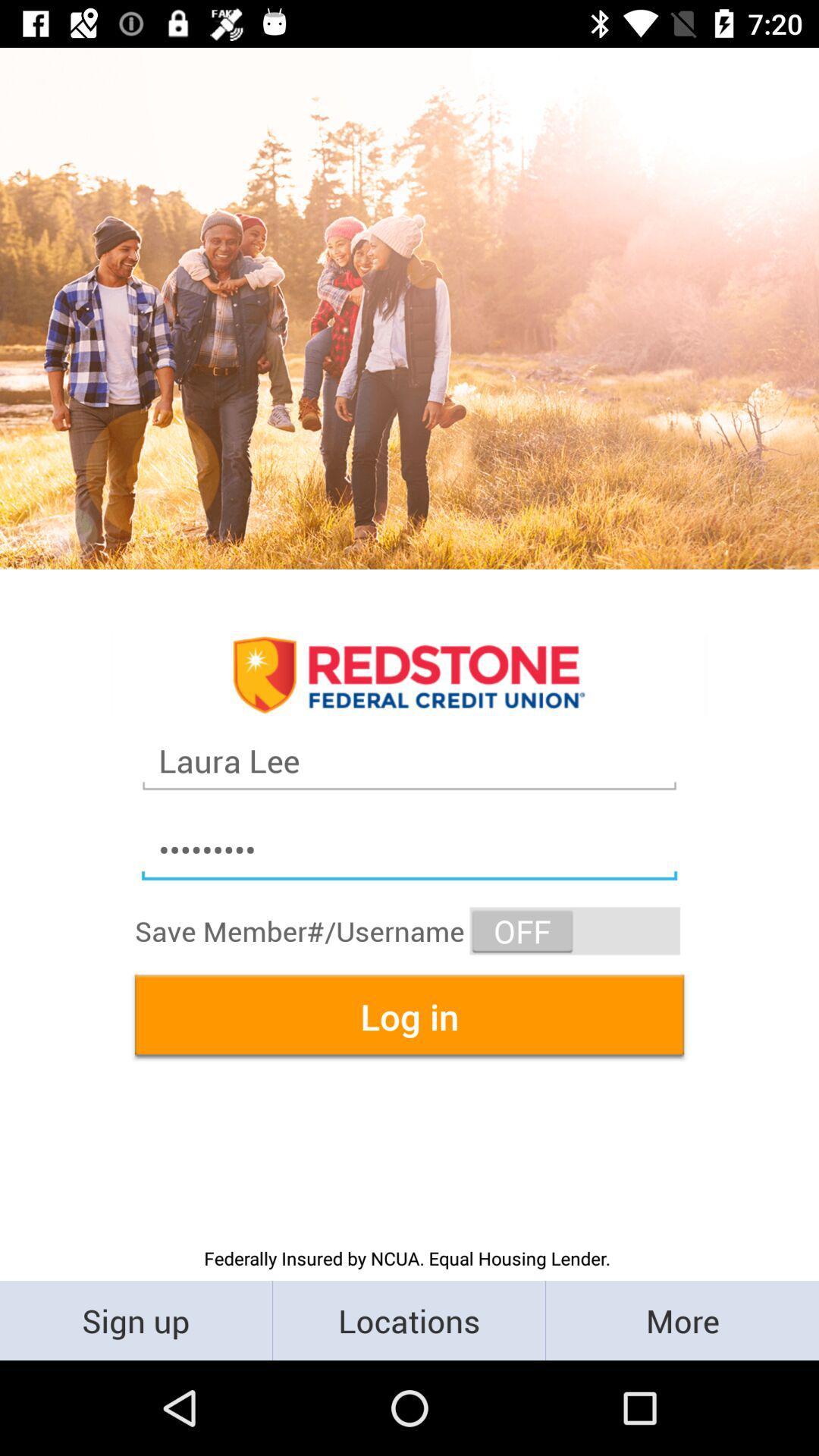 This screenshot has height=1456, width=819. Describe the element at coordinates (681, 1319) in the screenshot. I see `item below the federally insured by` at that location.